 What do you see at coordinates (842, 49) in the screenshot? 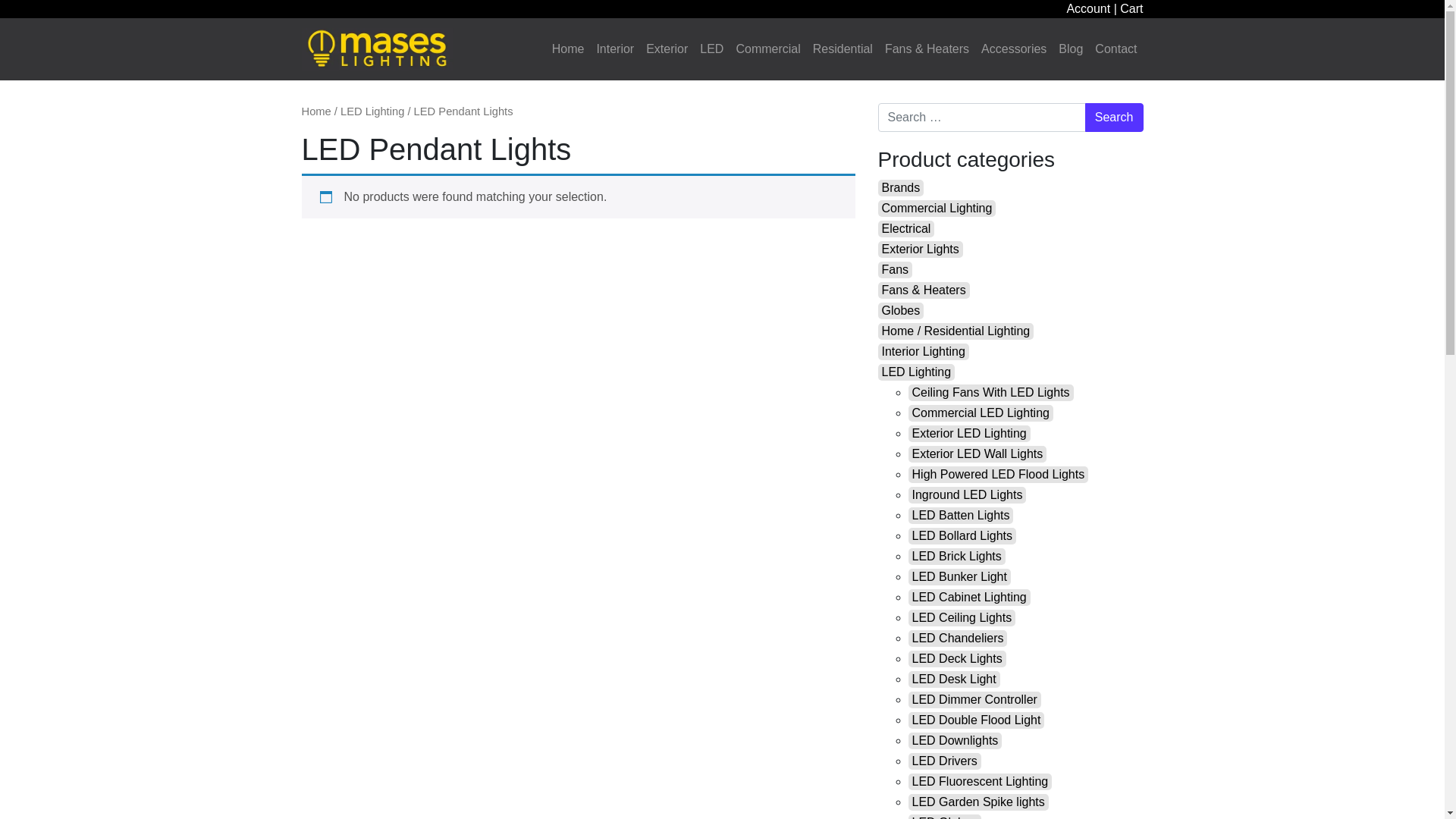
I see `'Residential'` at bounding box center [842, 49].